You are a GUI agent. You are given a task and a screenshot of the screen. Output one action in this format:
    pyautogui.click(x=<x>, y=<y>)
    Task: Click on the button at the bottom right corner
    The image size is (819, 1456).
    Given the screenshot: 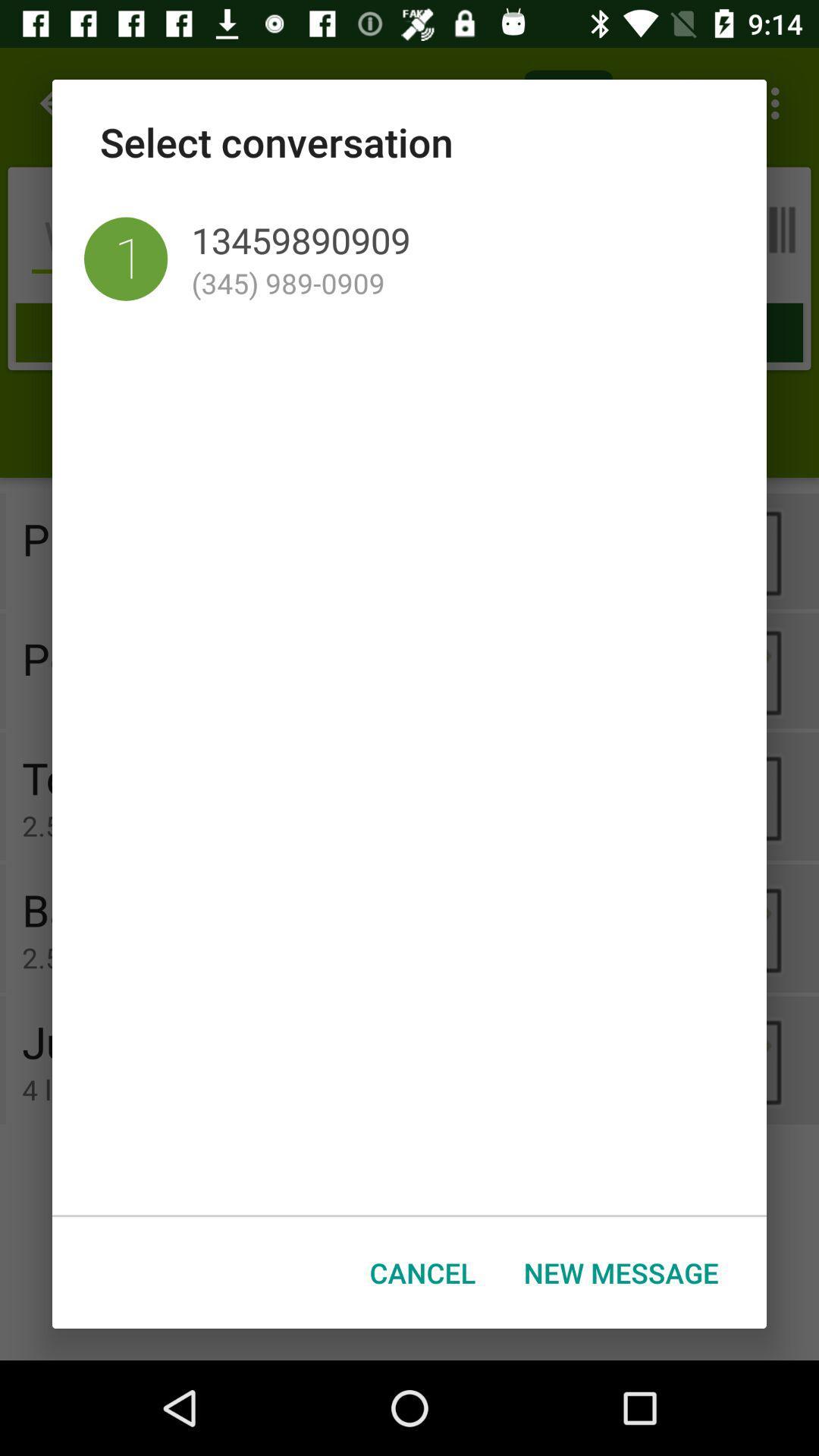 What is the action you would take?
    pyautogui.click(x=621, y=1272)
    